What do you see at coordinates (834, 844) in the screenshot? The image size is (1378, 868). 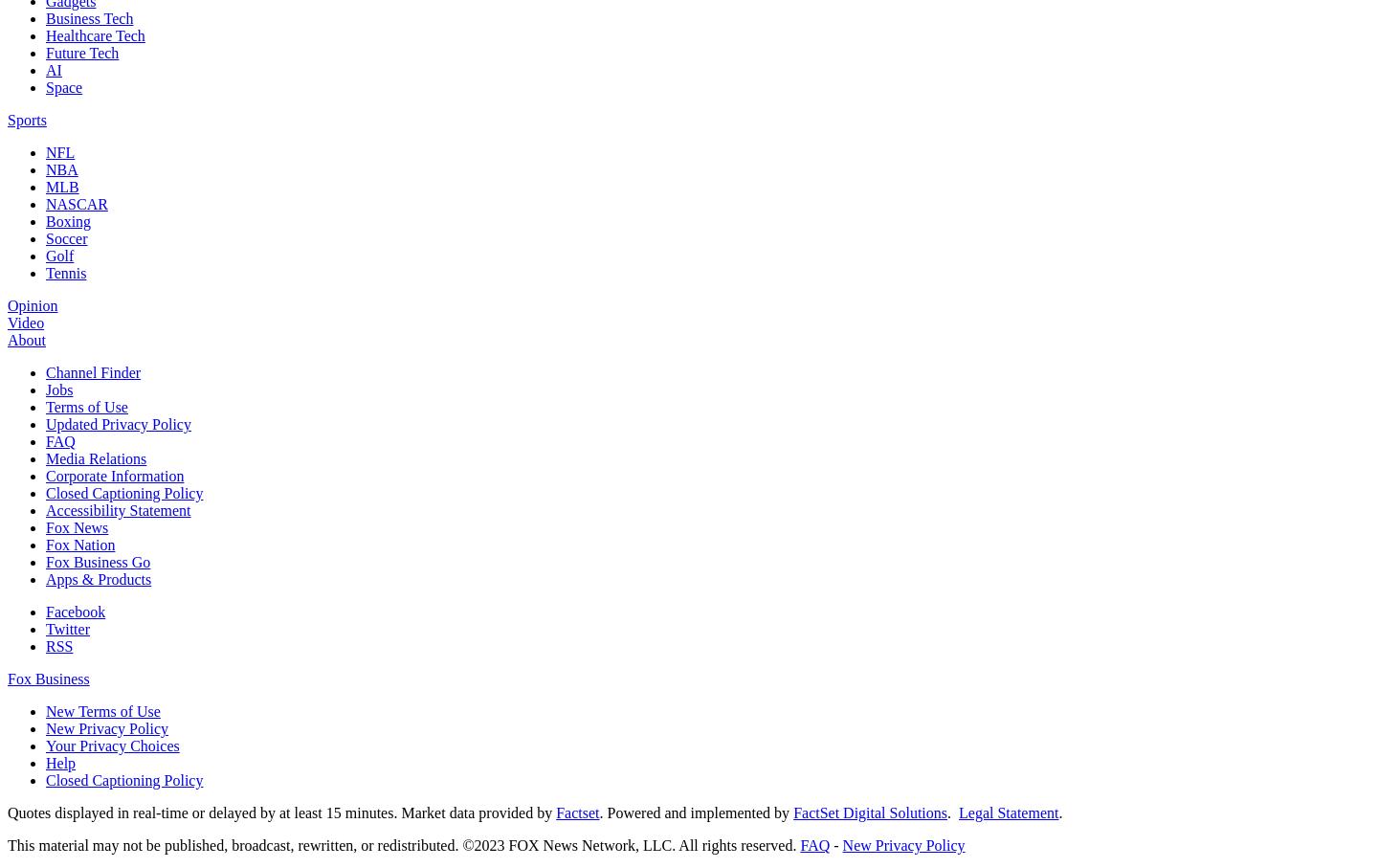 I see `'-'` at bounding box center [834, 844].